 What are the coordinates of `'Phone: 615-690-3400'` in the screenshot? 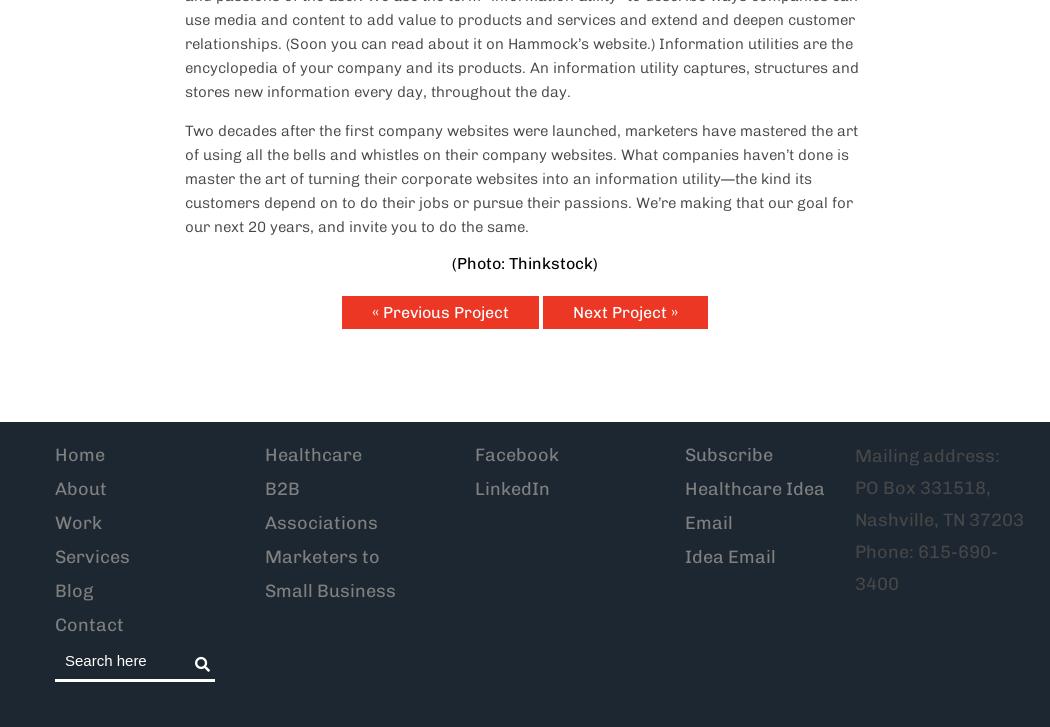 It's located at (926, 567).